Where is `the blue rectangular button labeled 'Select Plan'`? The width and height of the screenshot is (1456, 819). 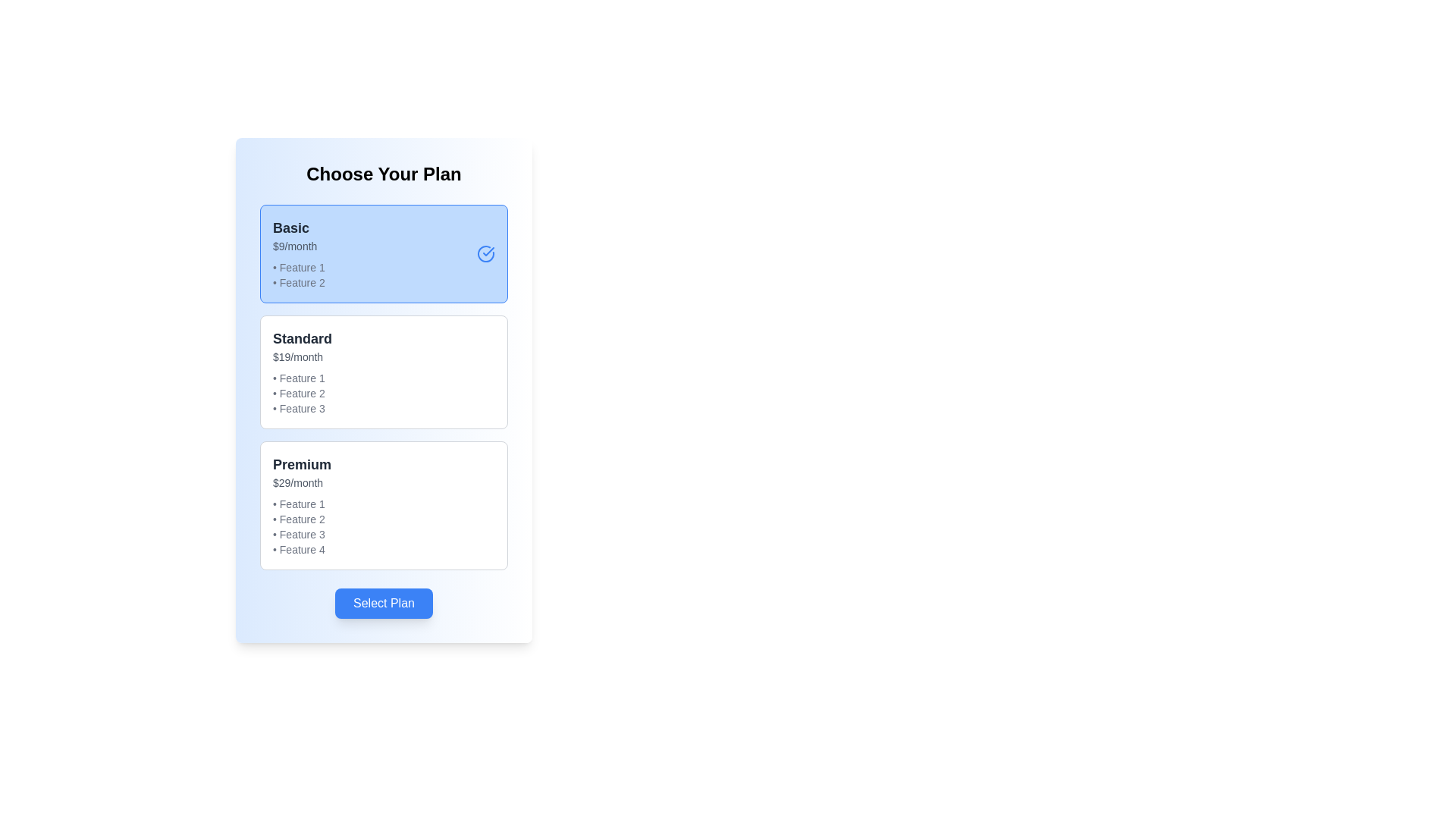
the blue rectangular button labeled 'Select Plan' is located at coordinates (384, 602).